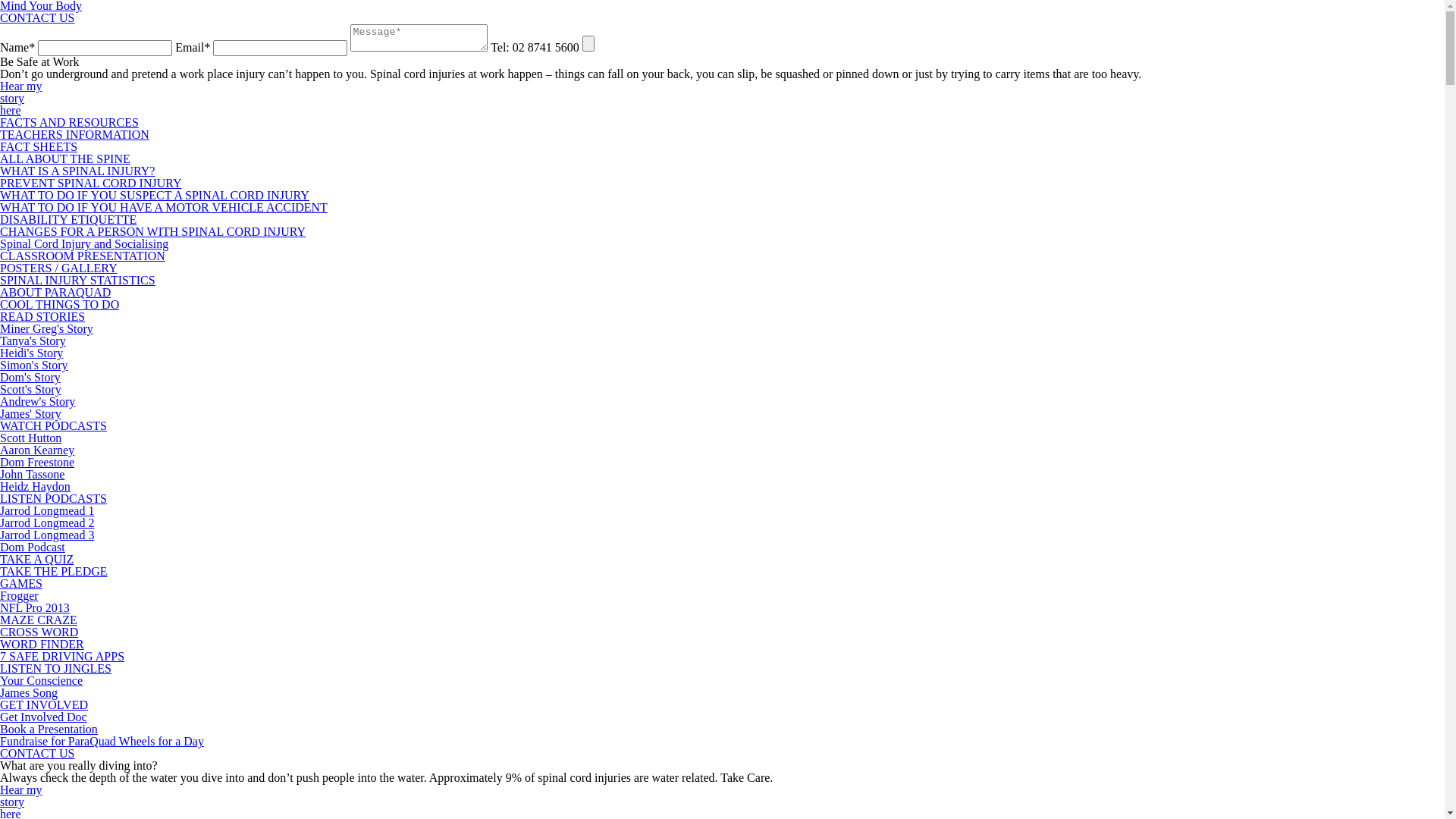 This screenshot has height=819, width=1456. What do you see at coordinates (0, 388) in the screenshot?
I see `'Scott's Story'` at bounding box center [0, 388].